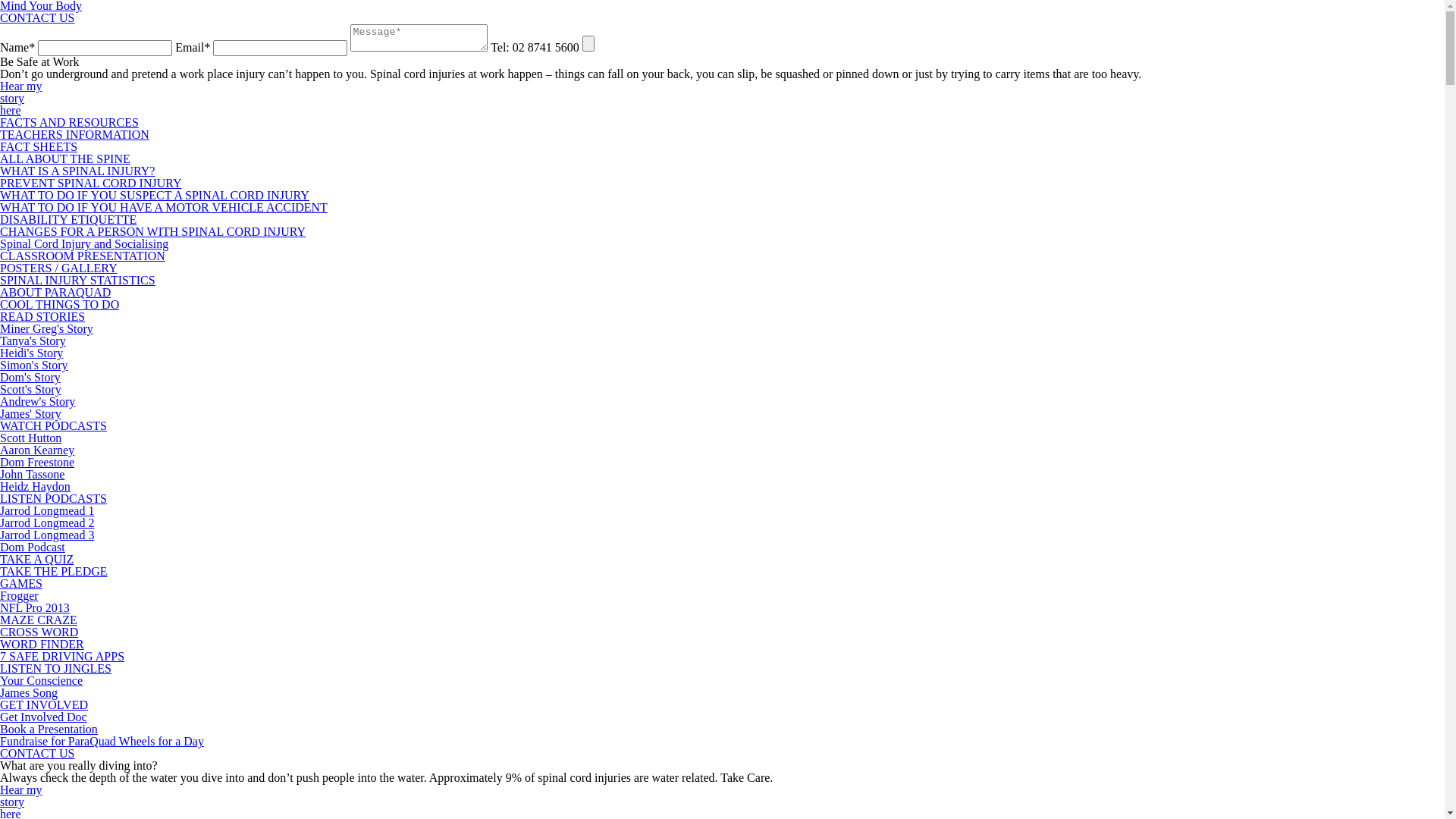 This screenshot has height=819, width=1456. What do you see at coordinates (0, 388) in the screenshot?
I see `'Scott's Story'` at bounding box center [0, 388].